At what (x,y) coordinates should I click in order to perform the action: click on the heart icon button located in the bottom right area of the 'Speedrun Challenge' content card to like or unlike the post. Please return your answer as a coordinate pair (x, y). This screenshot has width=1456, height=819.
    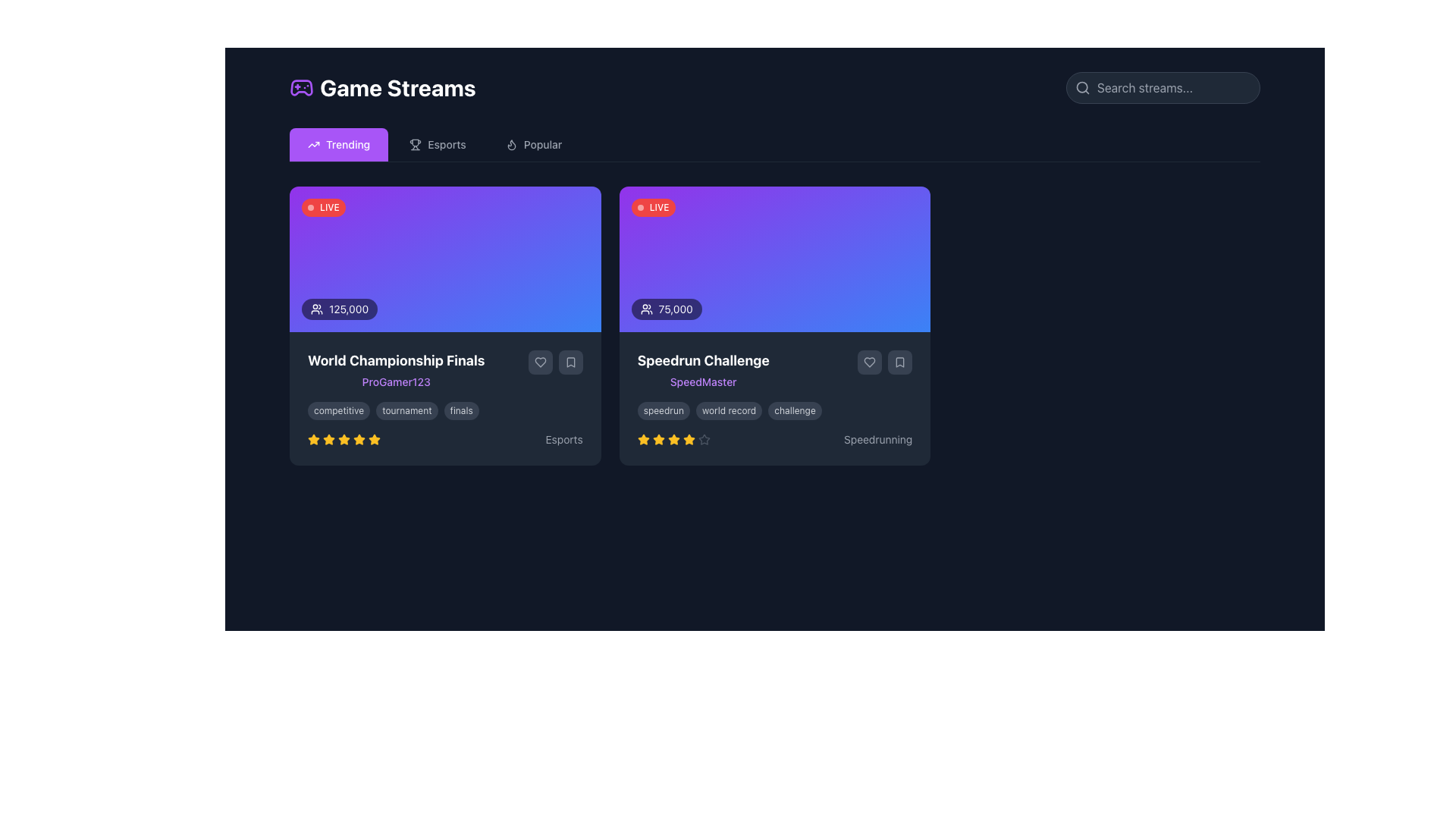
    Looking at the image, I should click on (870, 362).